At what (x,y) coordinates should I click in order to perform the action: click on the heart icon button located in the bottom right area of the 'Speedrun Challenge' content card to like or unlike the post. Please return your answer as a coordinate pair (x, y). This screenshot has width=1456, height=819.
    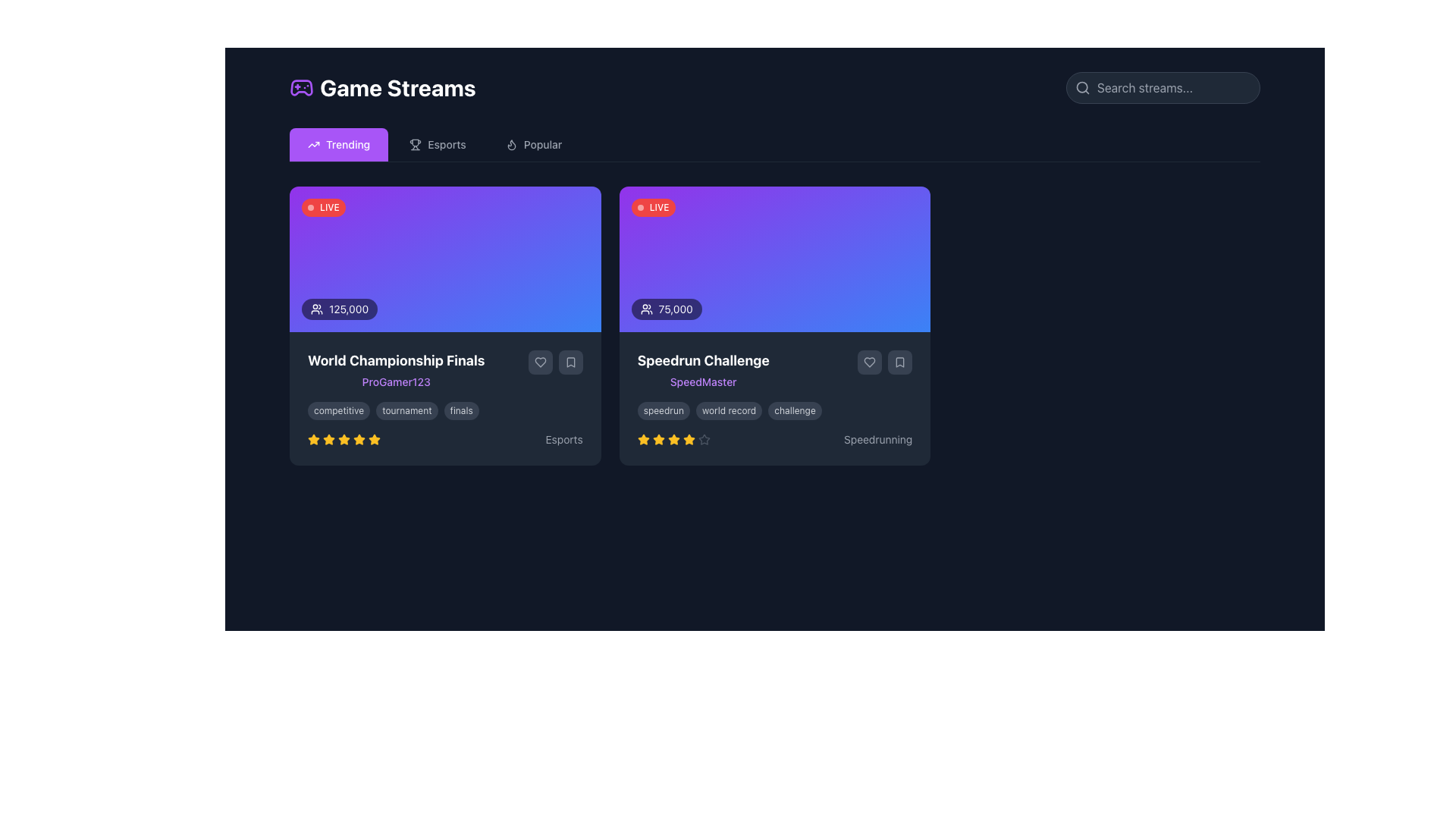
    Looking at the image, I should click on (870, 362).